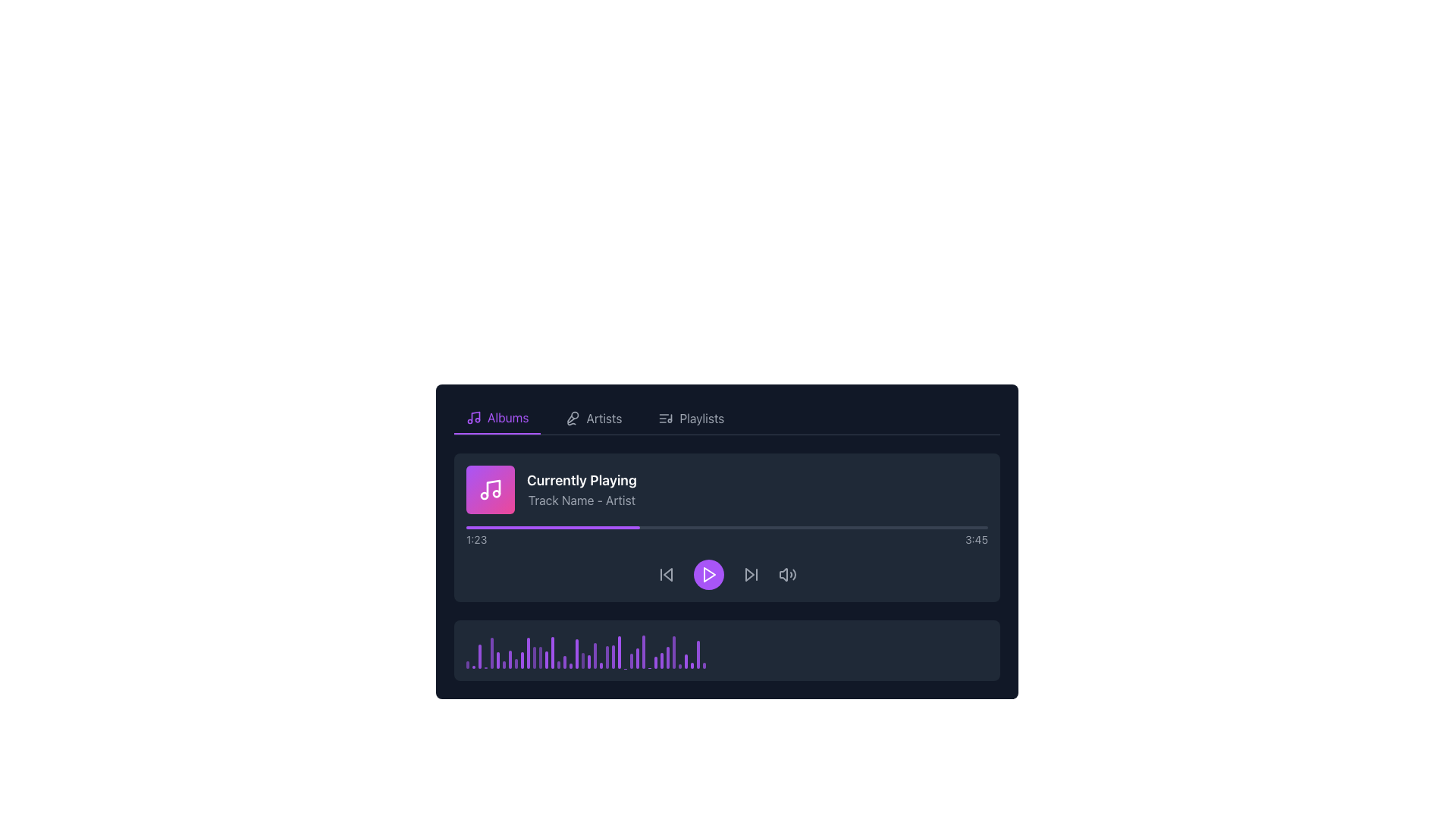 Image resolution: width=1456 pixels, height=819 pixels. What do you see at coordinates (572, 418) in the screenshot?
I see `the icon representing the 'Artists' section in the horizontal menu bar, located to the left of the 'Artists' text label` at bounding box center [572, 418].